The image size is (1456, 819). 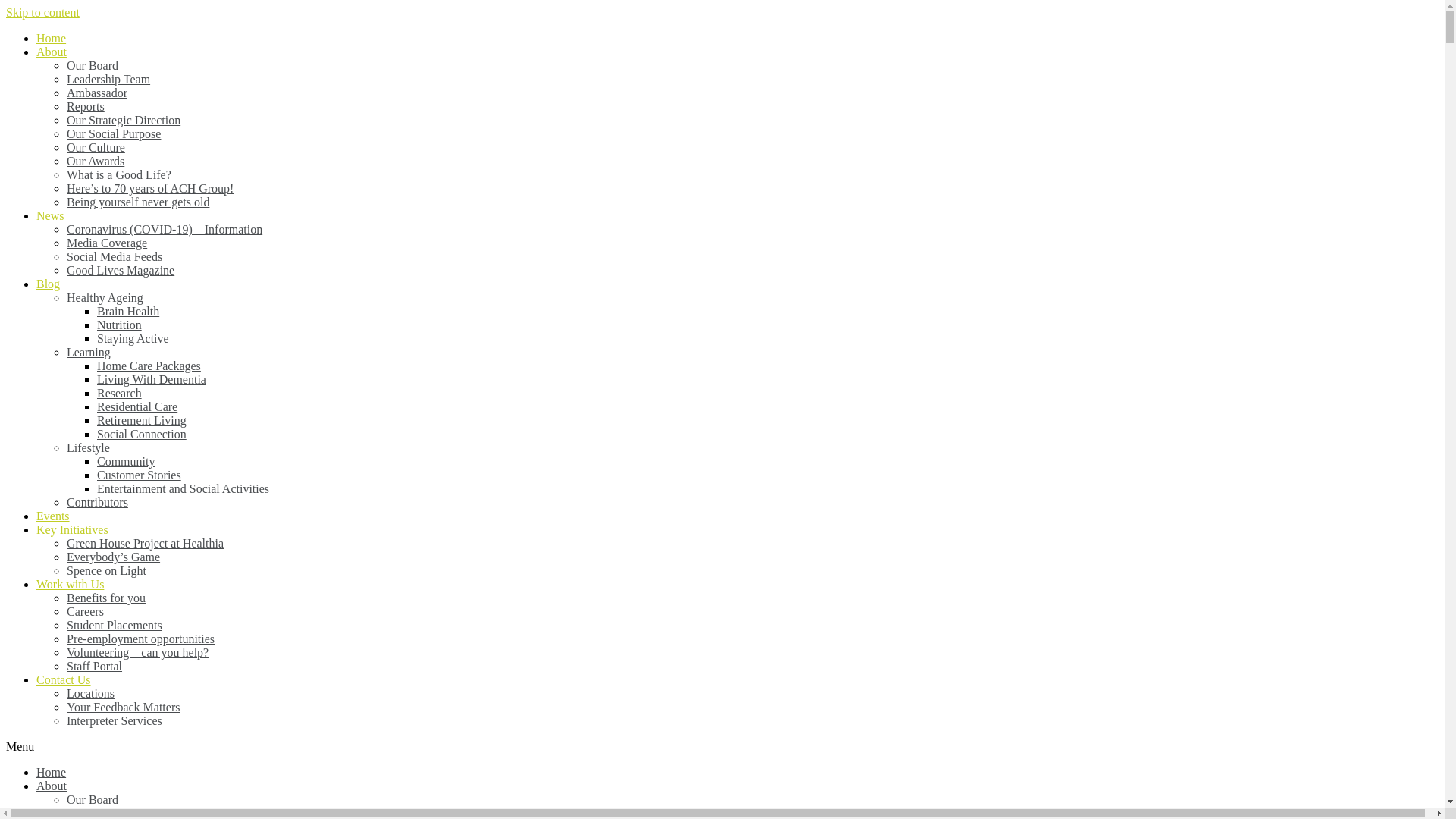 What do you see at coordinates (113, 256) in the screenshot?
I see `'Social Media Feeds'` at bounding box center [113, 256].